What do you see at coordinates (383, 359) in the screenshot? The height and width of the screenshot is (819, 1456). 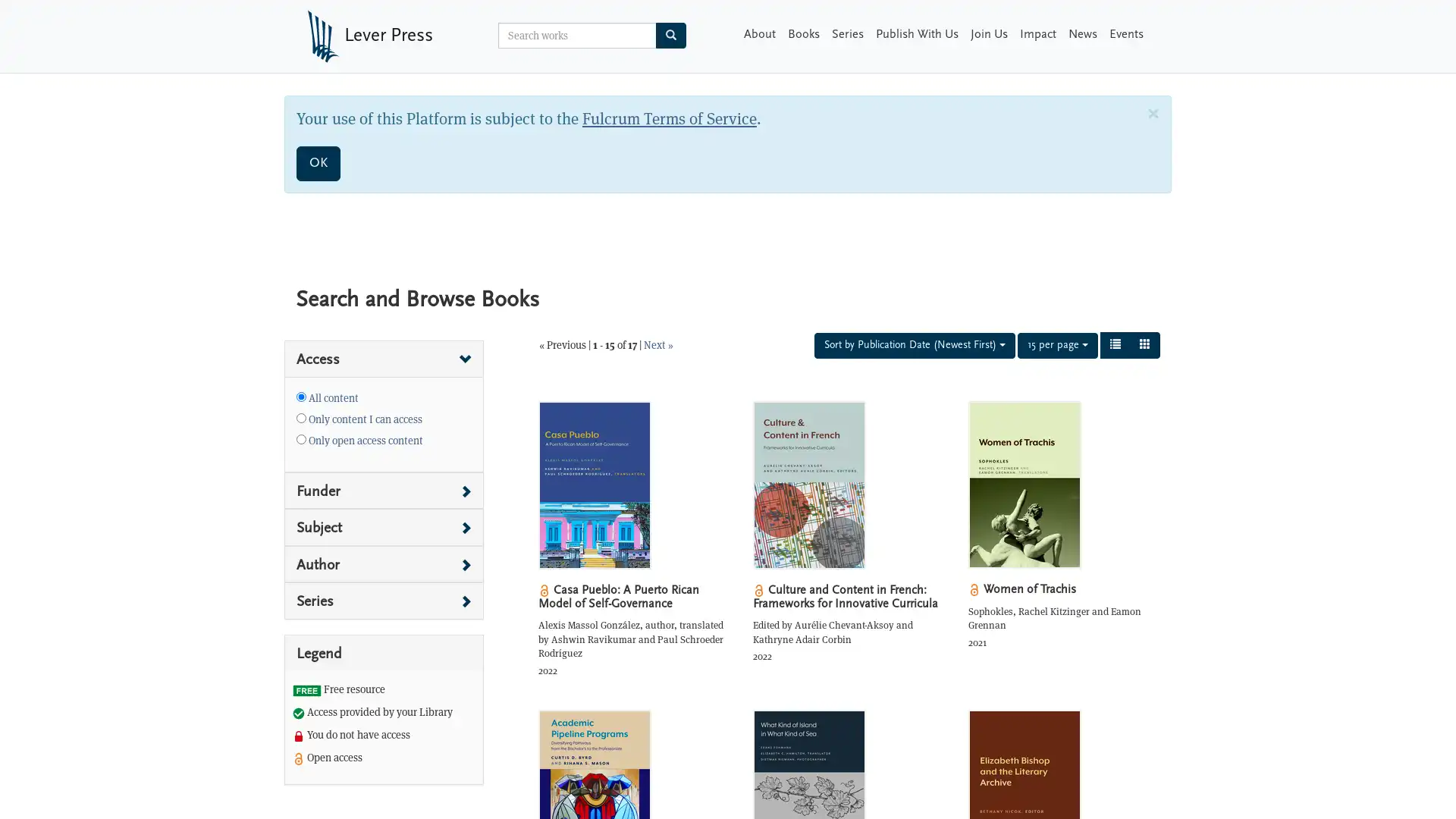 I see `Filter search results by Access` at bounding box center [383, 359].